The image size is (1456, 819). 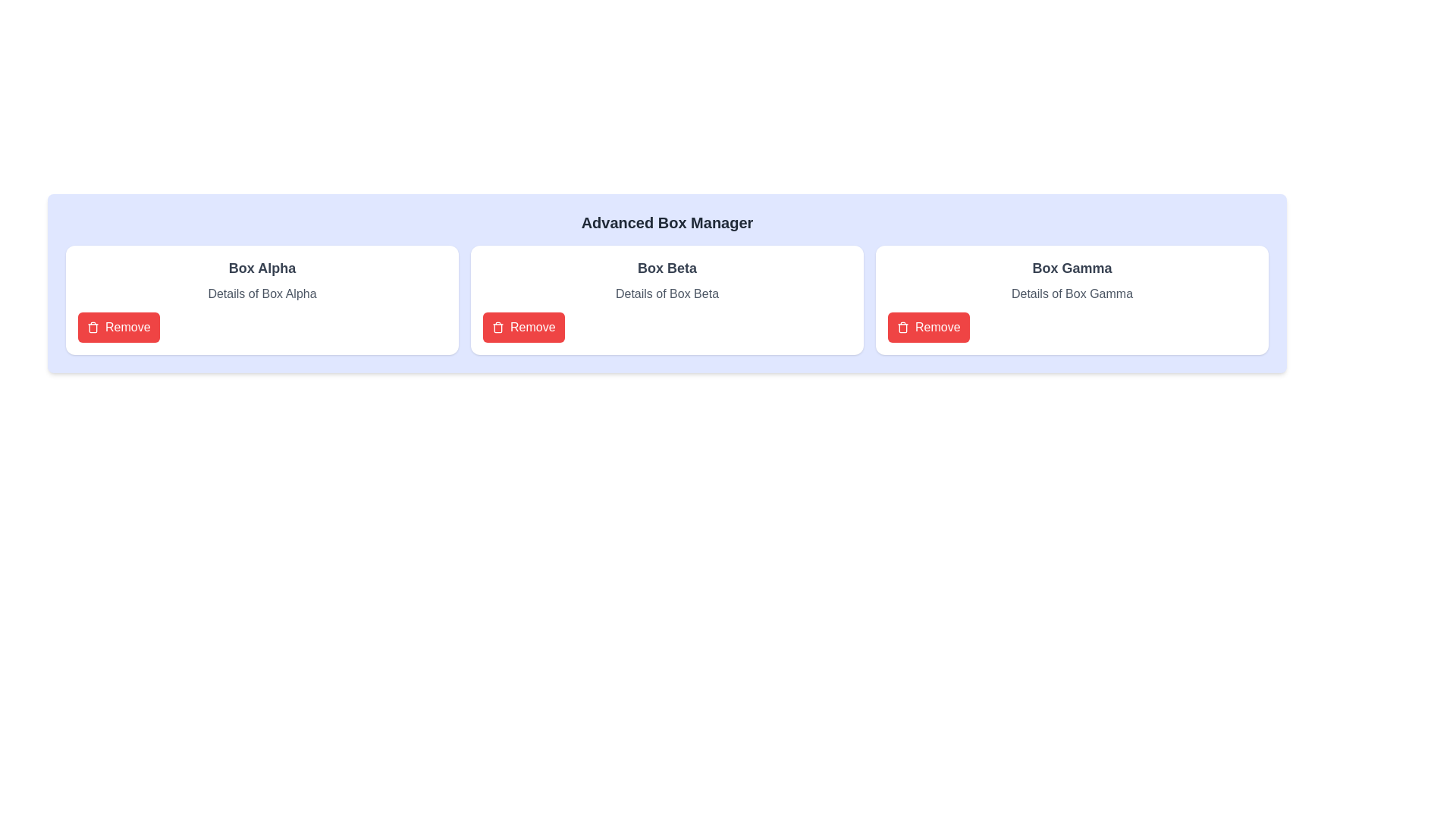 What do you see at coordinates (1072, 294) in the screenshot?
I see `the static text displaying 'Details of Box Gamma', which is positioned beneath the title 'Box Gamma' in the card labeled 'Box Gamma'` at bounding box center [1072, 294].